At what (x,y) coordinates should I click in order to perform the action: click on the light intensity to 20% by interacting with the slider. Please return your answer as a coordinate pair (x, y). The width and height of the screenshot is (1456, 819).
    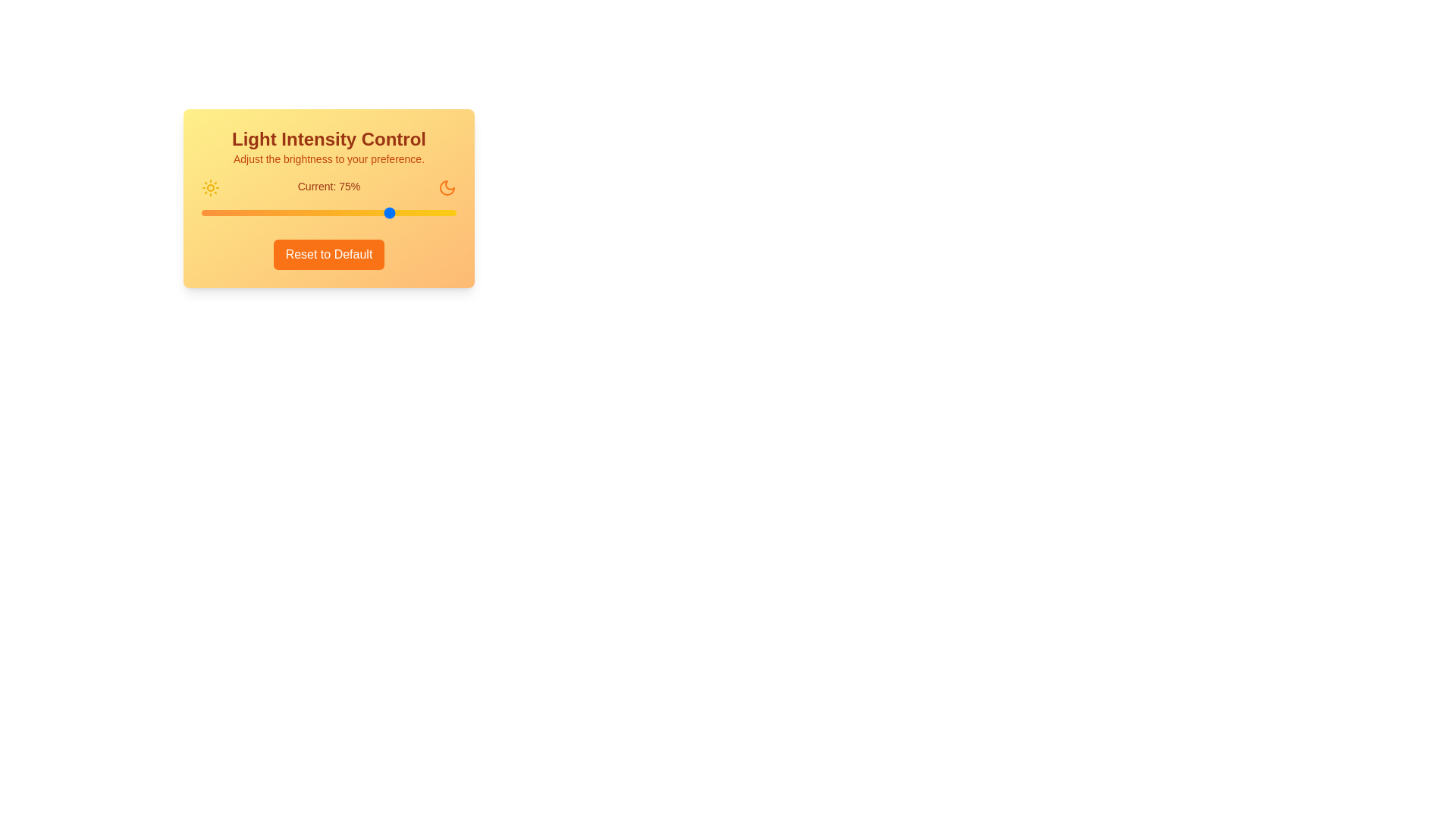
    Looking at the image, I should click on (253, 213).